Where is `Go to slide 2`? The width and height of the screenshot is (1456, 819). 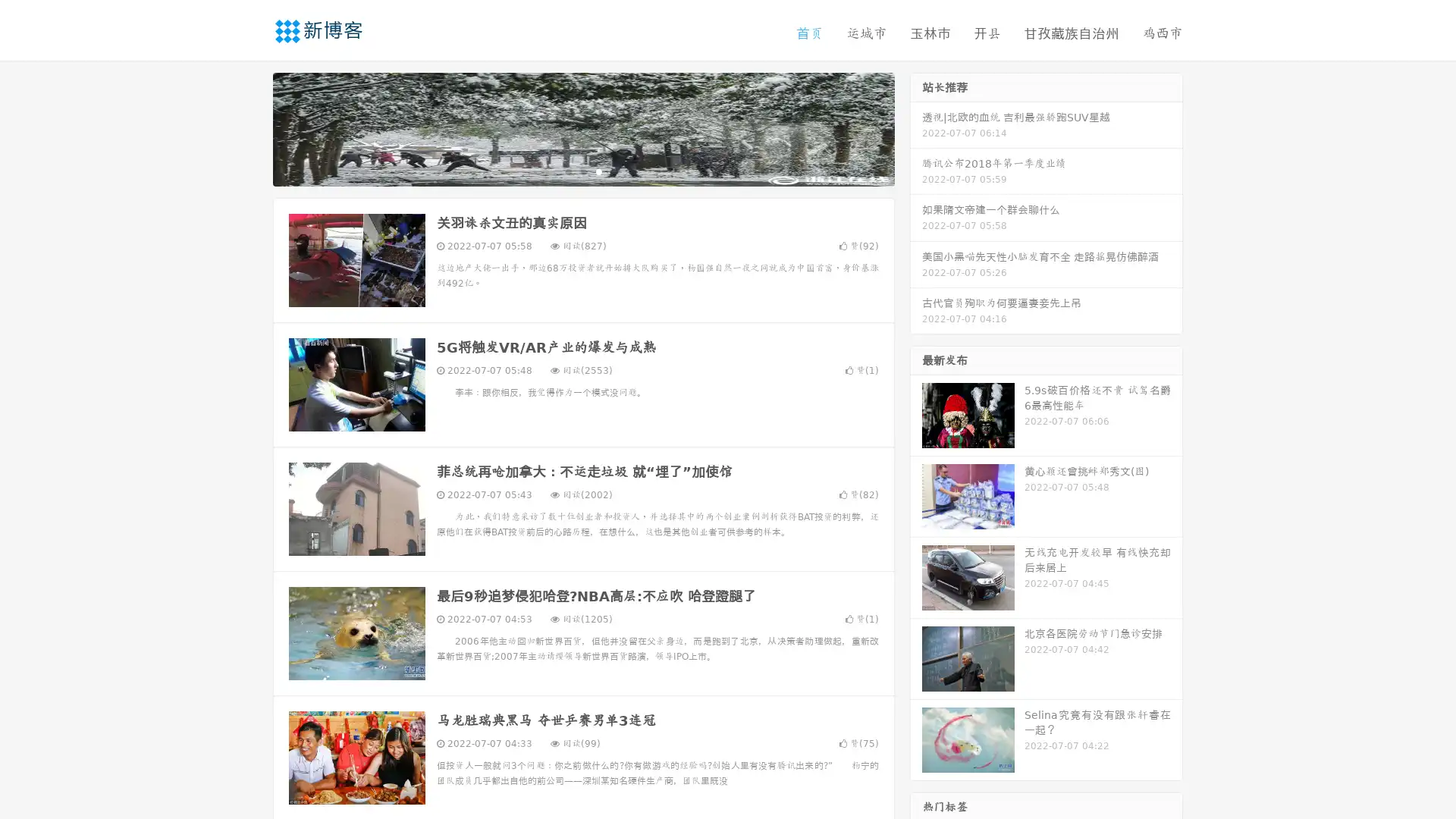 Go to slide 2 is located at coordinates (582, 171).